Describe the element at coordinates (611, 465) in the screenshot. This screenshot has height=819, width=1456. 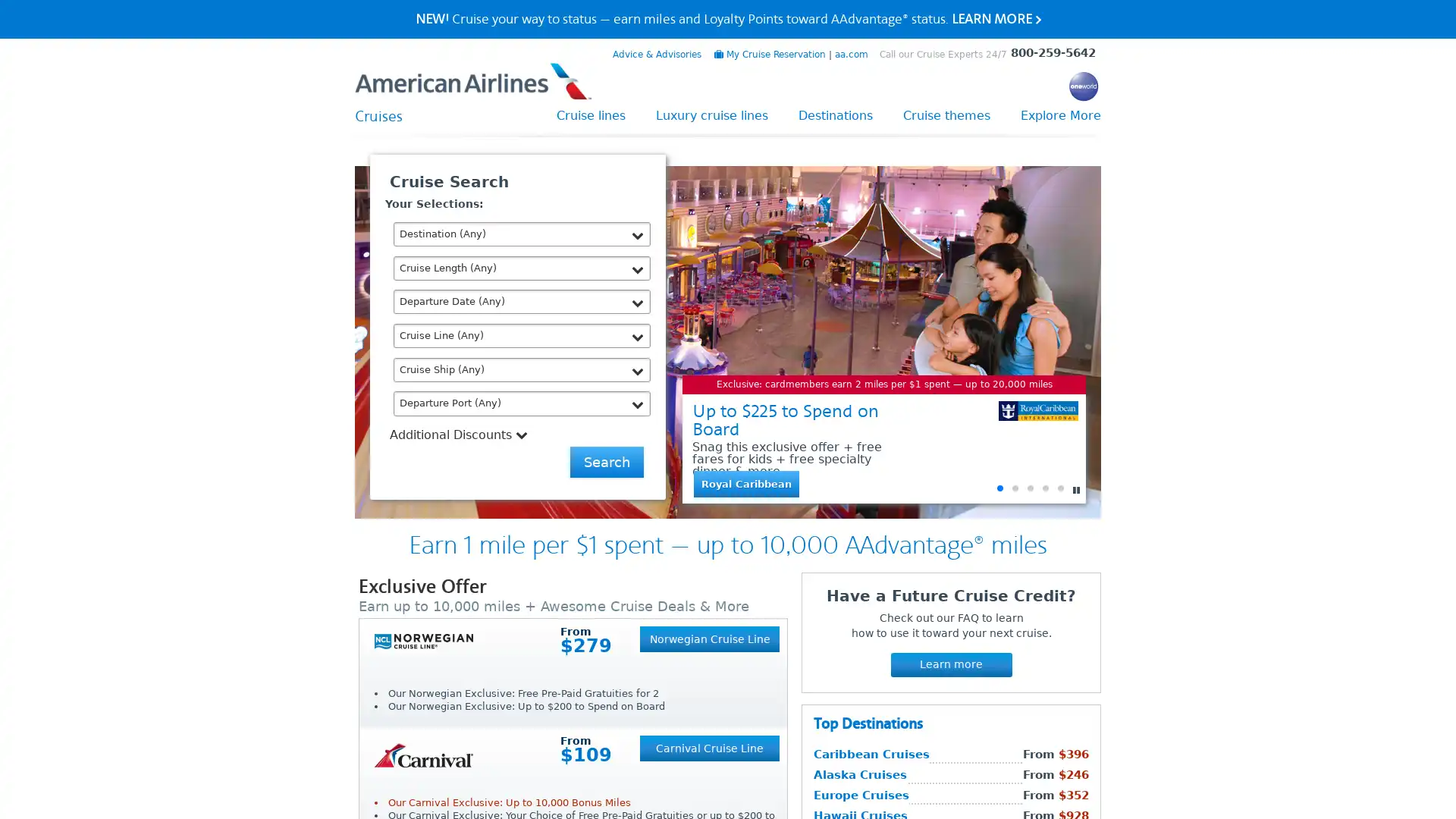
I see `Send Me Deals` at that location.